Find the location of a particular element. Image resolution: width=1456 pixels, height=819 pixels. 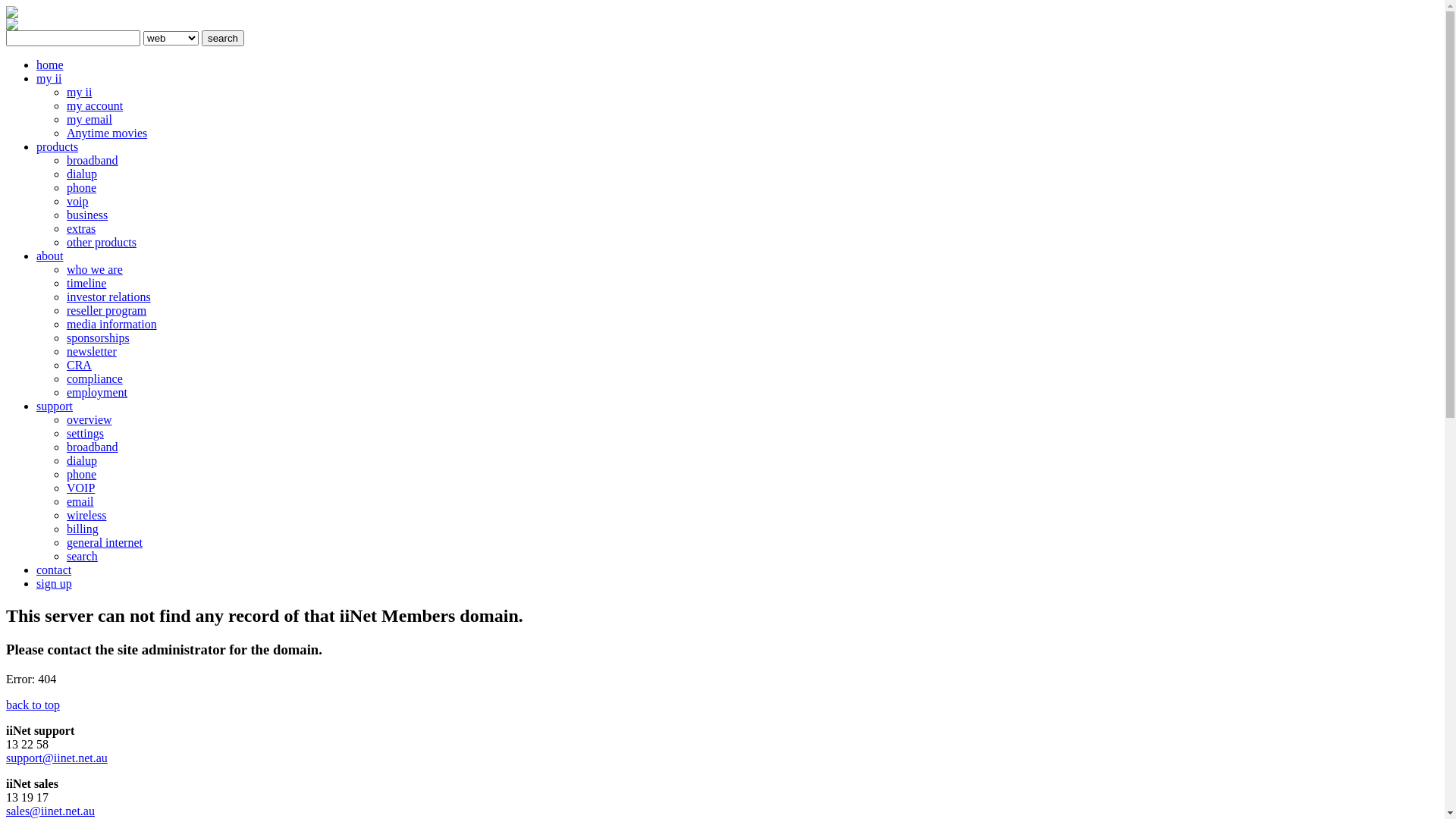

'email' is located at coordinates (79, 501).